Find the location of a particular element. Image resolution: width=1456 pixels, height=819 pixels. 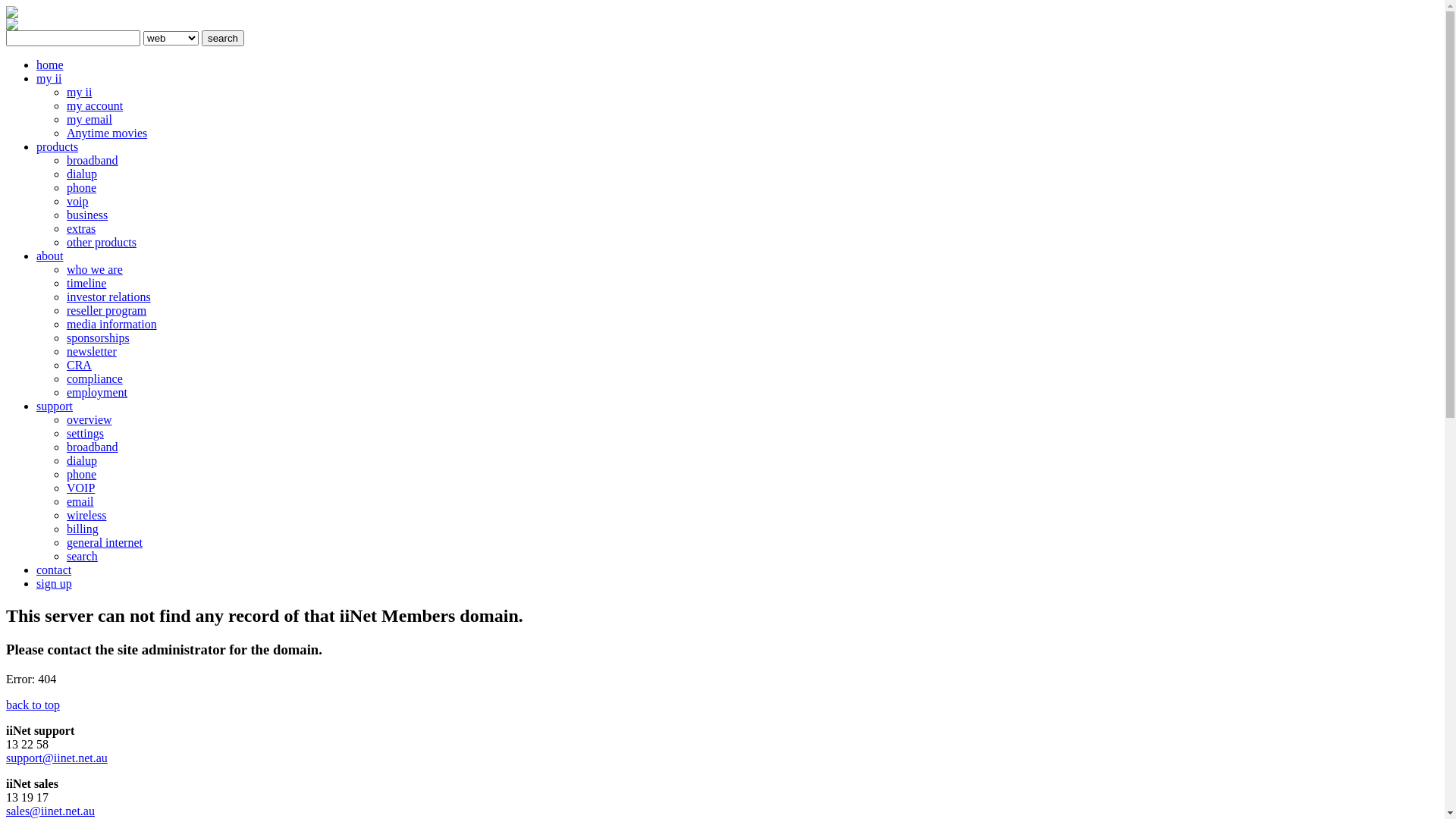

'email' is located at coordinates (79, 501).